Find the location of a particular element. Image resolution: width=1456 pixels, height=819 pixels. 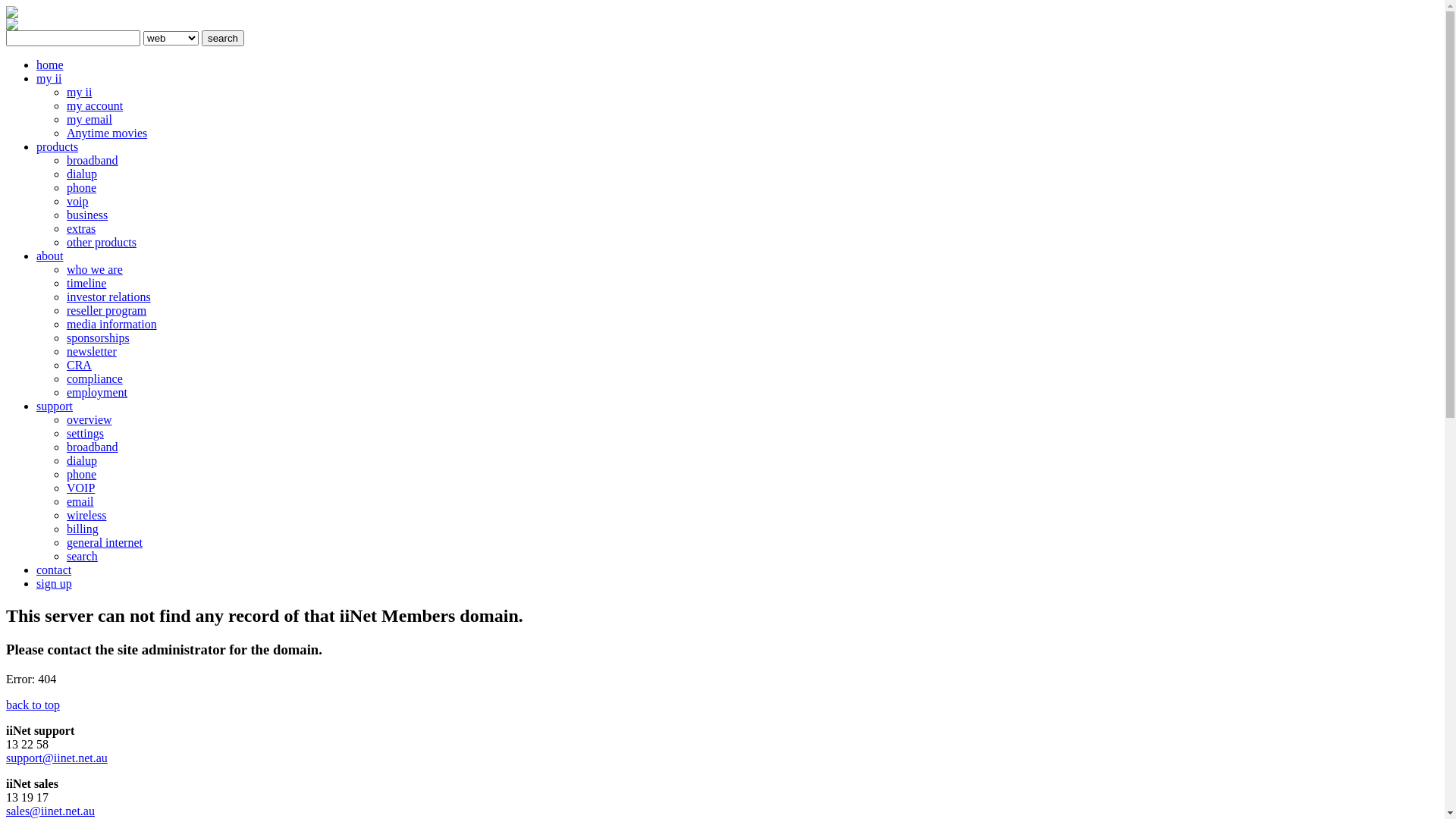

'email' is located at coordinates (79, 501).